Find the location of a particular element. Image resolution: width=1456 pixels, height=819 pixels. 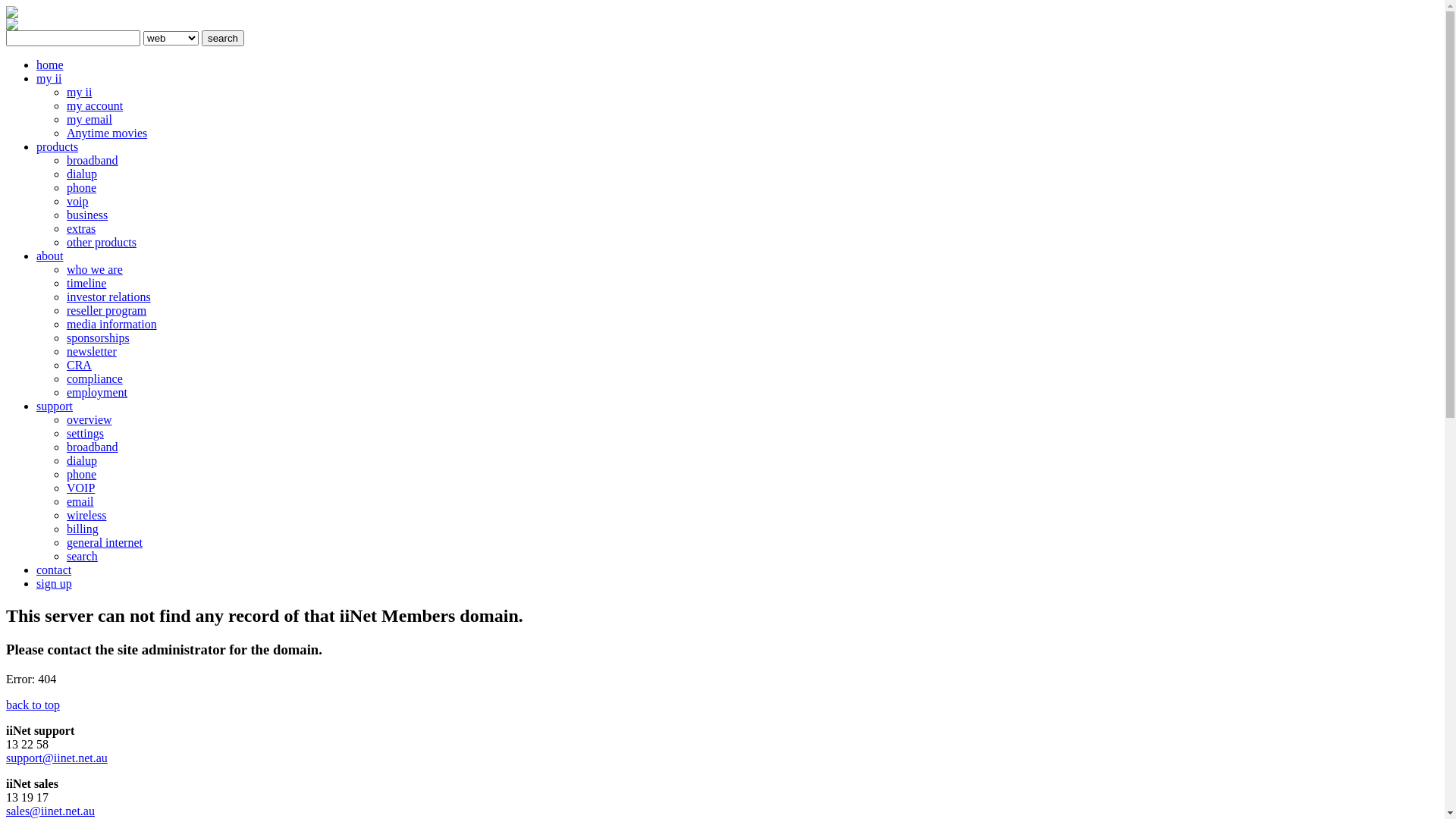

'email' is located at coordinates (79, 501).